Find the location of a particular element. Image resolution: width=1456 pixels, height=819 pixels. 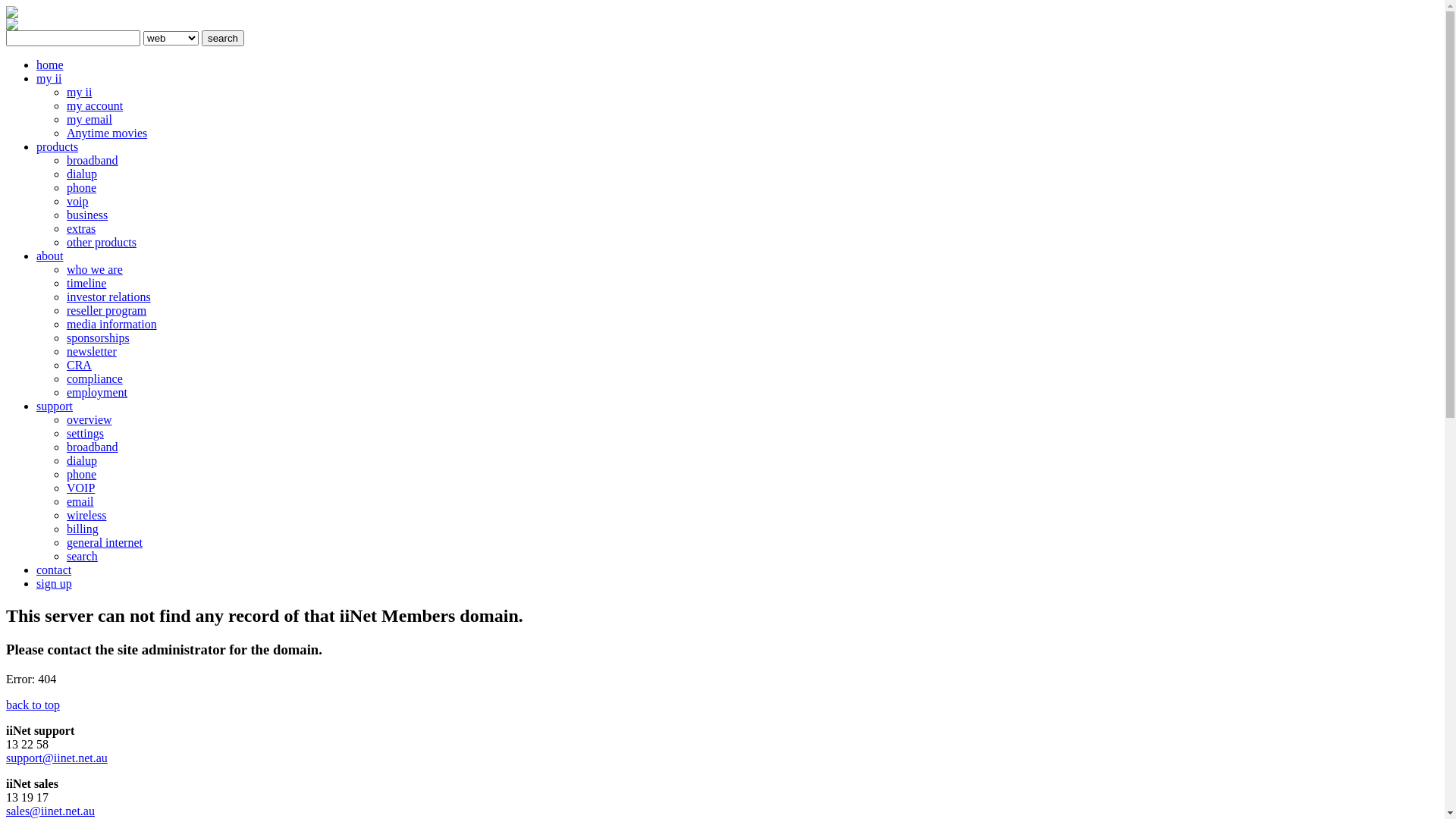

'email' is located at coordinates (79, 501).